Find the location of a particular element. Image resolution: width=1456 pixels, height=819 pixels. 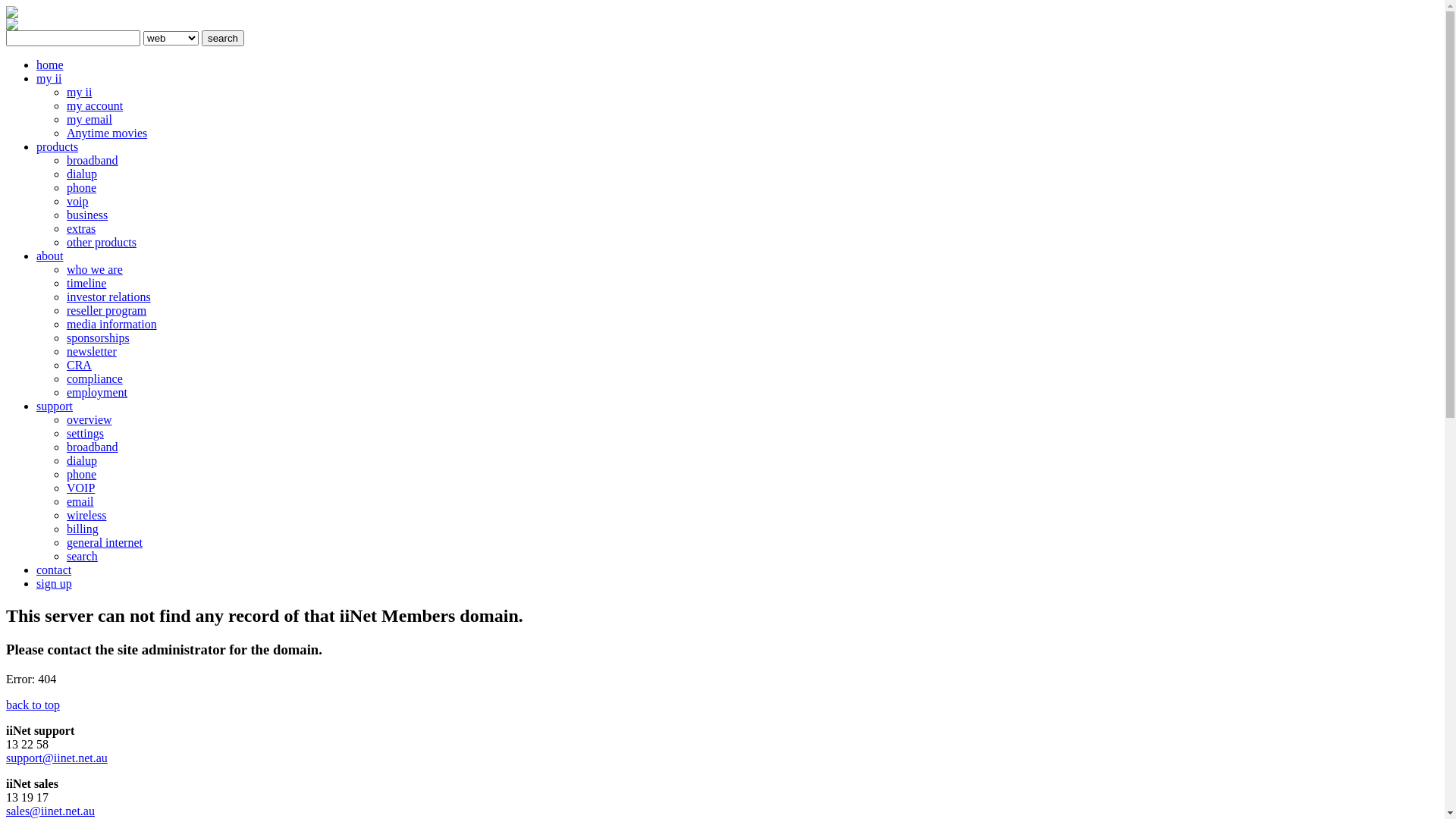

'email' is located at coordinates (79, 501).